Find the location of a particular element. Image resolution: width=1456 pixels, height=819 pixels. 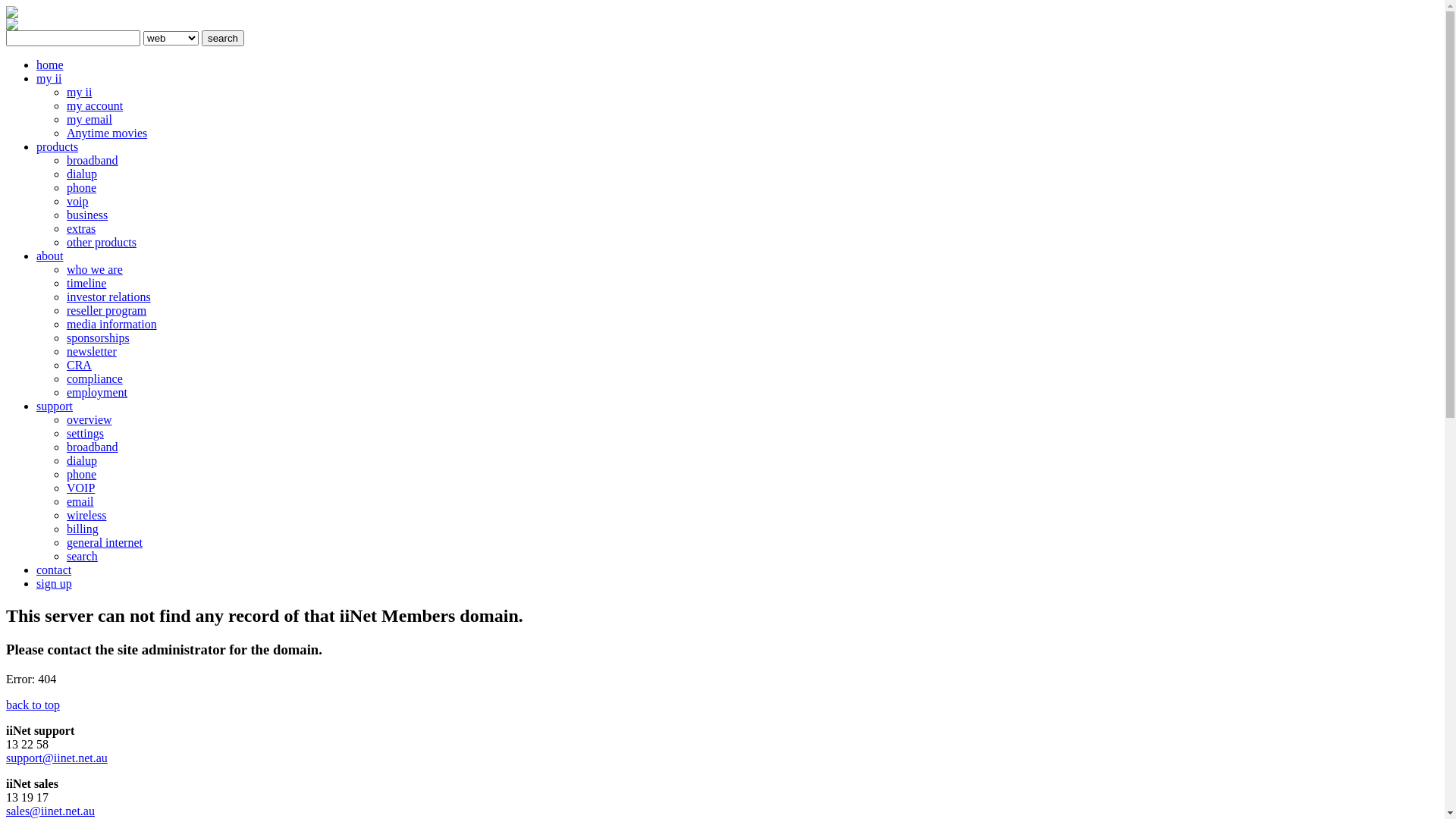

'email' is located at coordinates (79, 501).